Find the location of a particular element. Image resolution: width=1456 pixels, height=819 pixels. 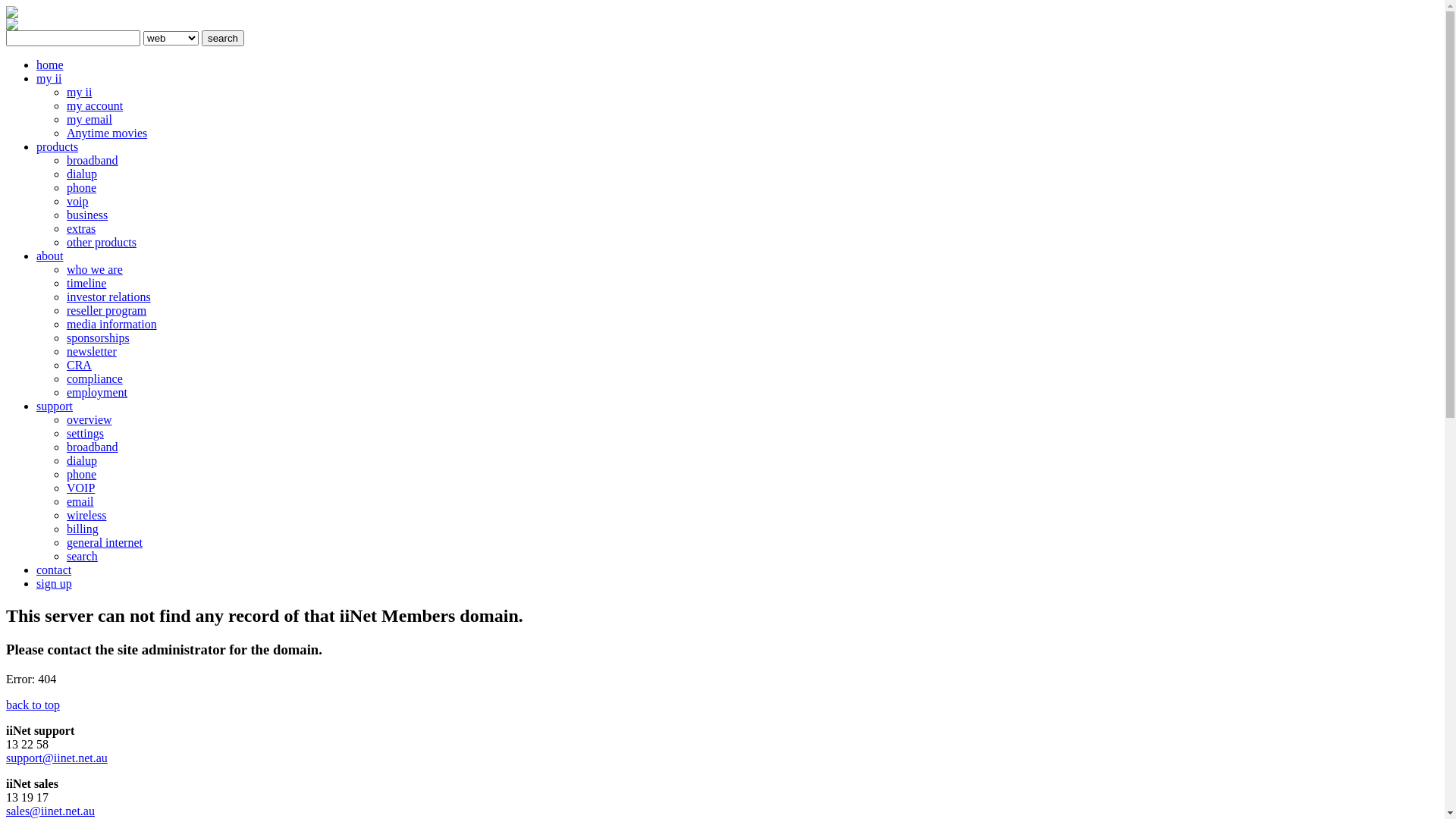

'email' is located at coordinates (79, 501).